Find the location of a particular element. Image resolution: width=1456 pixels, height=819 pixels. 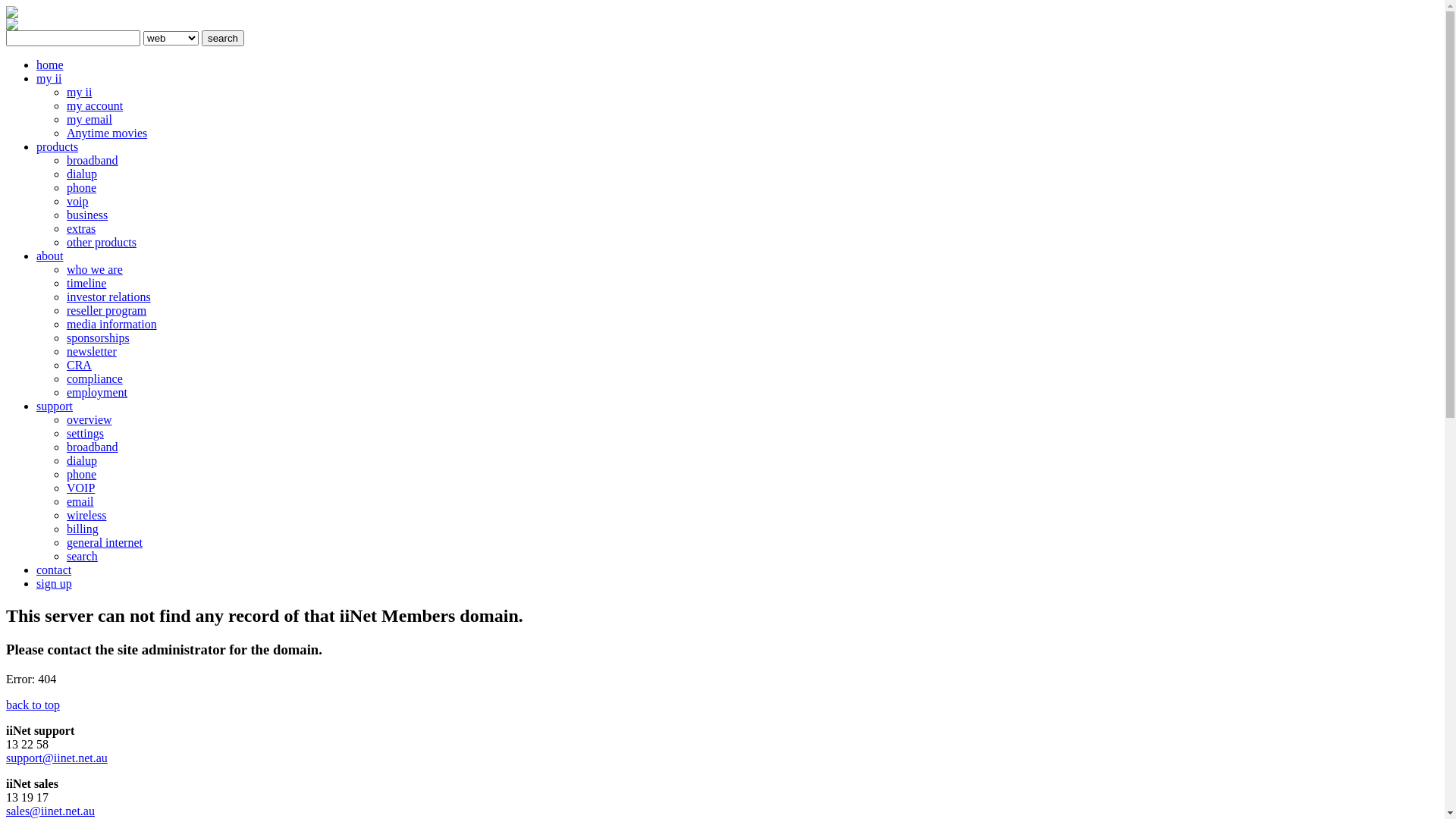

'email' is located at coordinates (79, 501).